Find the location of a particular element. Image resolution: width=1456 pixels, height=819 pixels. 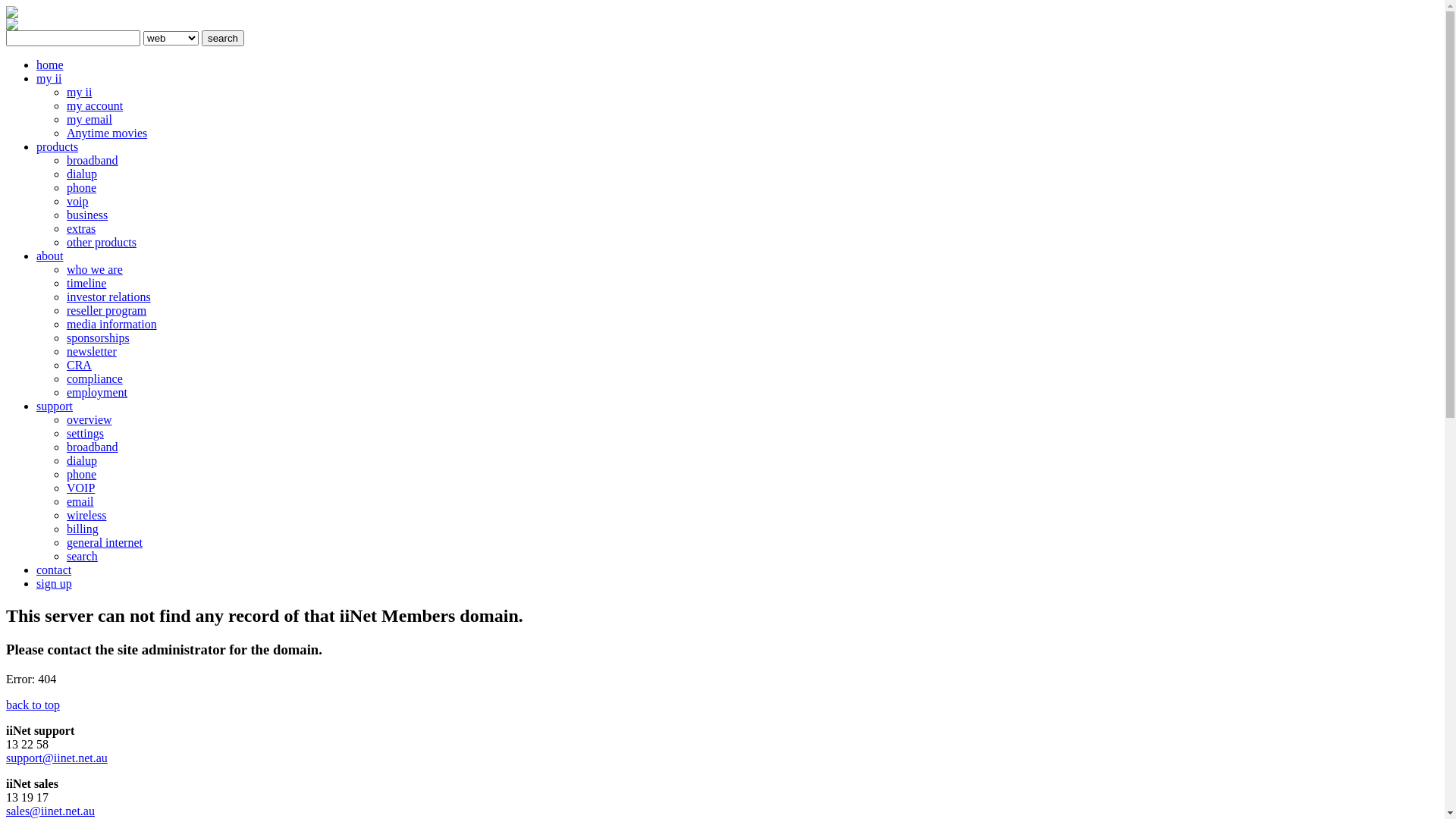

'email' is located at coordinates (79, 501).